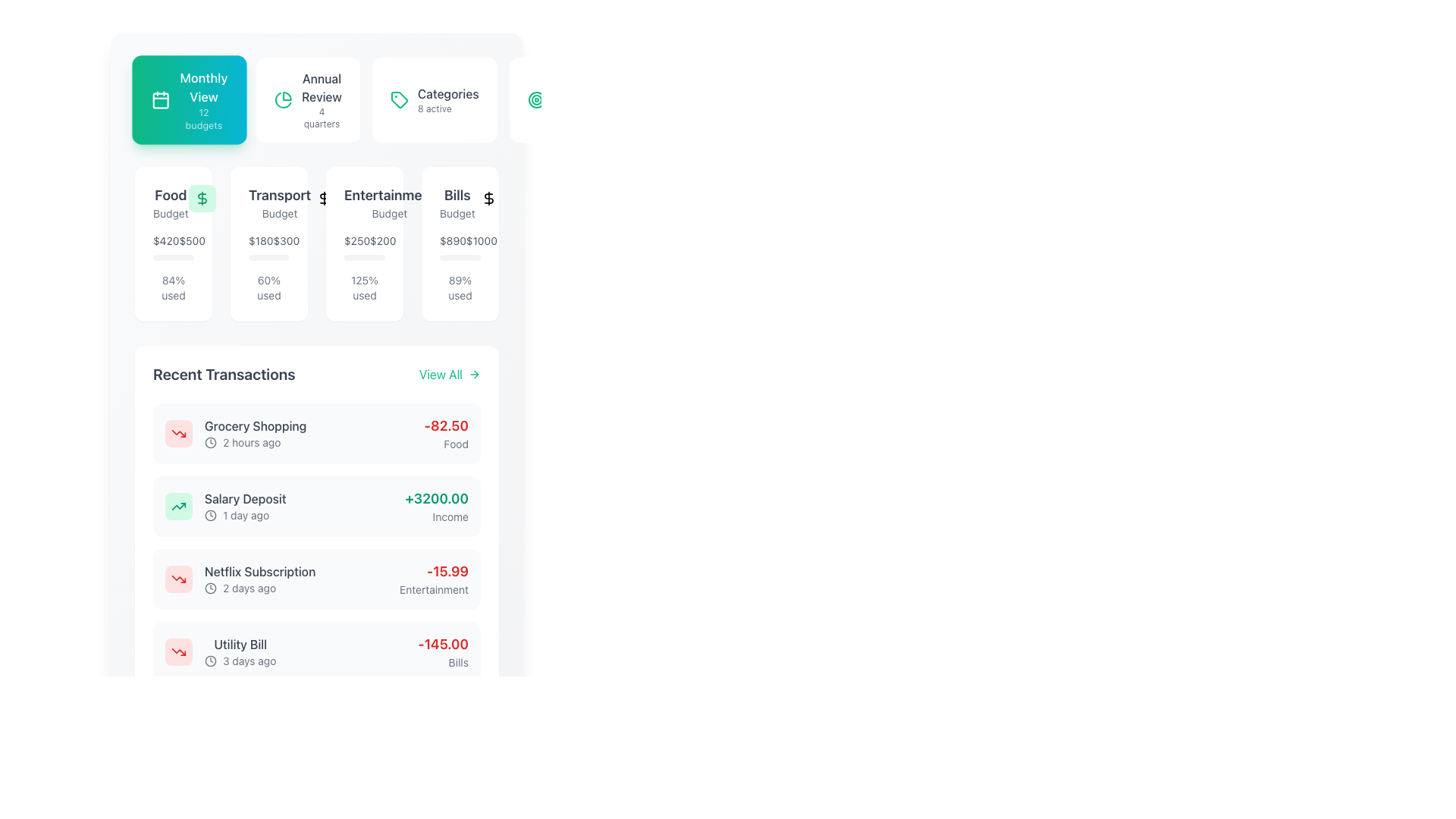 This screenshot has width=1456, height=819. What do you see at coordinates (436, 506) in the screenshot?
I see `the text display showing the monetary amount '+3200.00' in green, labeled 'Income' underneath the 'Salary Deposit' row in the 'Recent Transactions' section` at bounding box center [436, 506].